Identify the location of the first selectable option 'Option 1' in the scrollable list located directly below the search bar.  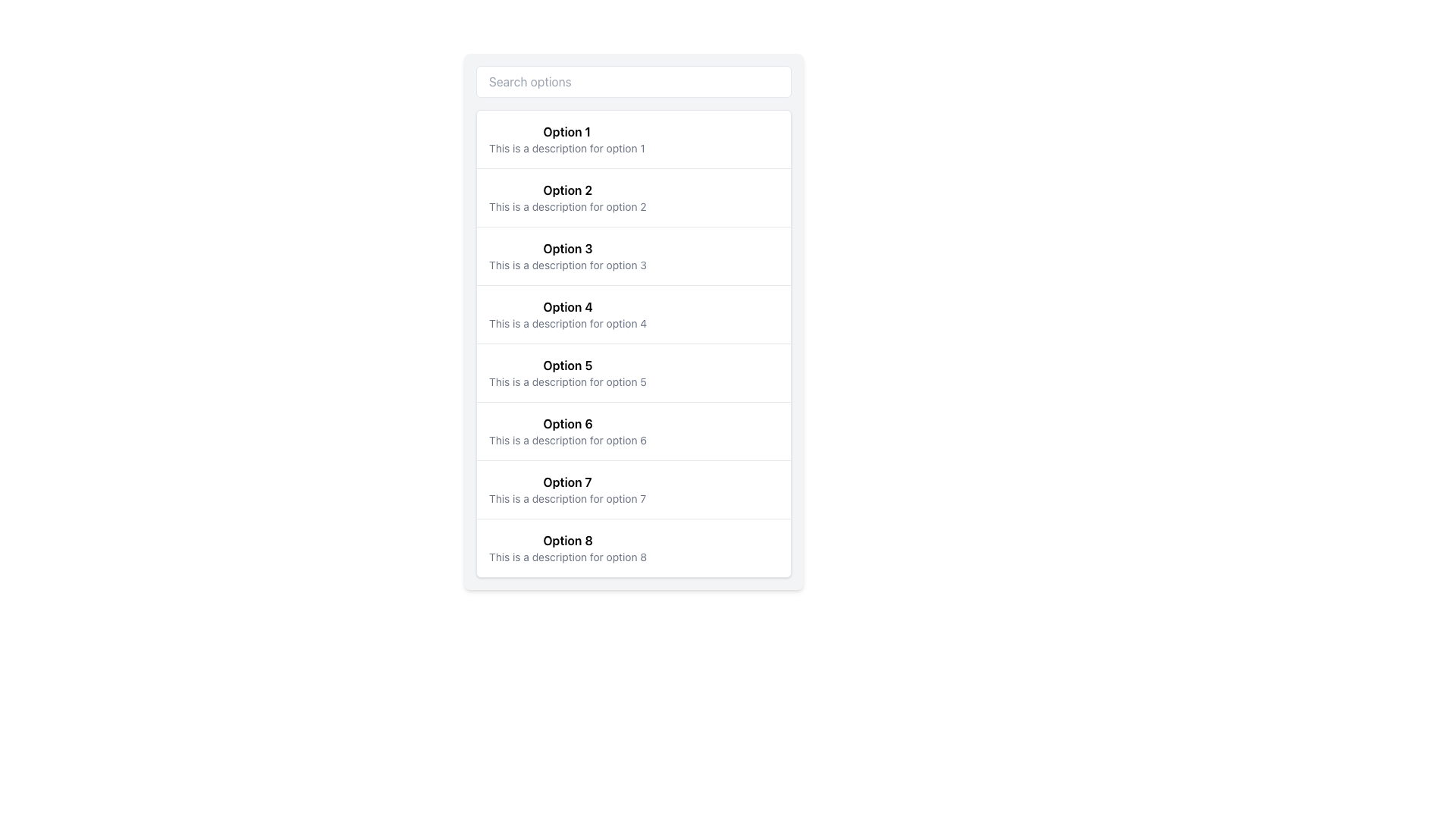
(633, 140).